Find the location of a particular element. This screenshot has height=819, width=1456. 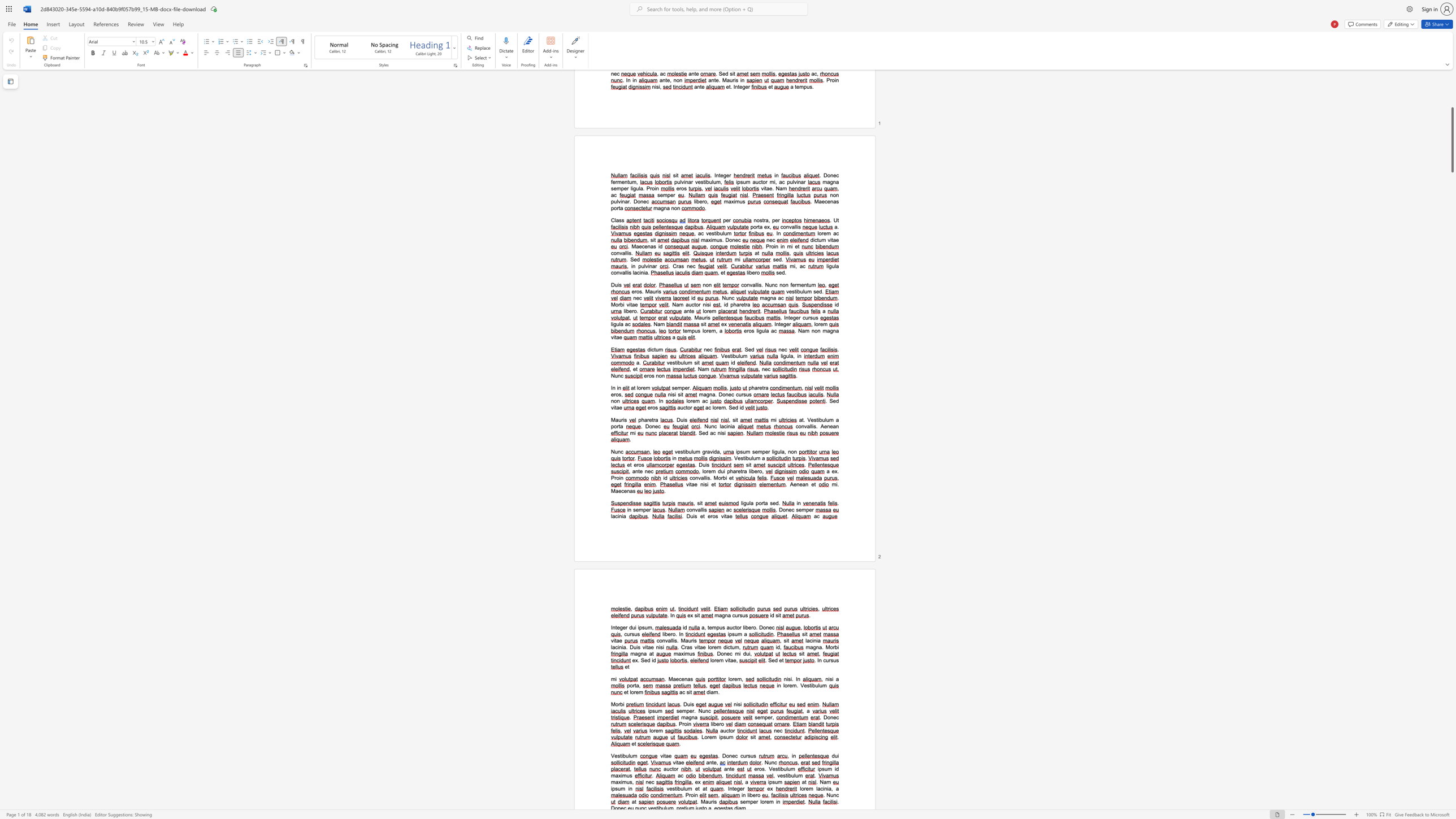

the 1th character "t" in the text is located at coordinates (620, 755).